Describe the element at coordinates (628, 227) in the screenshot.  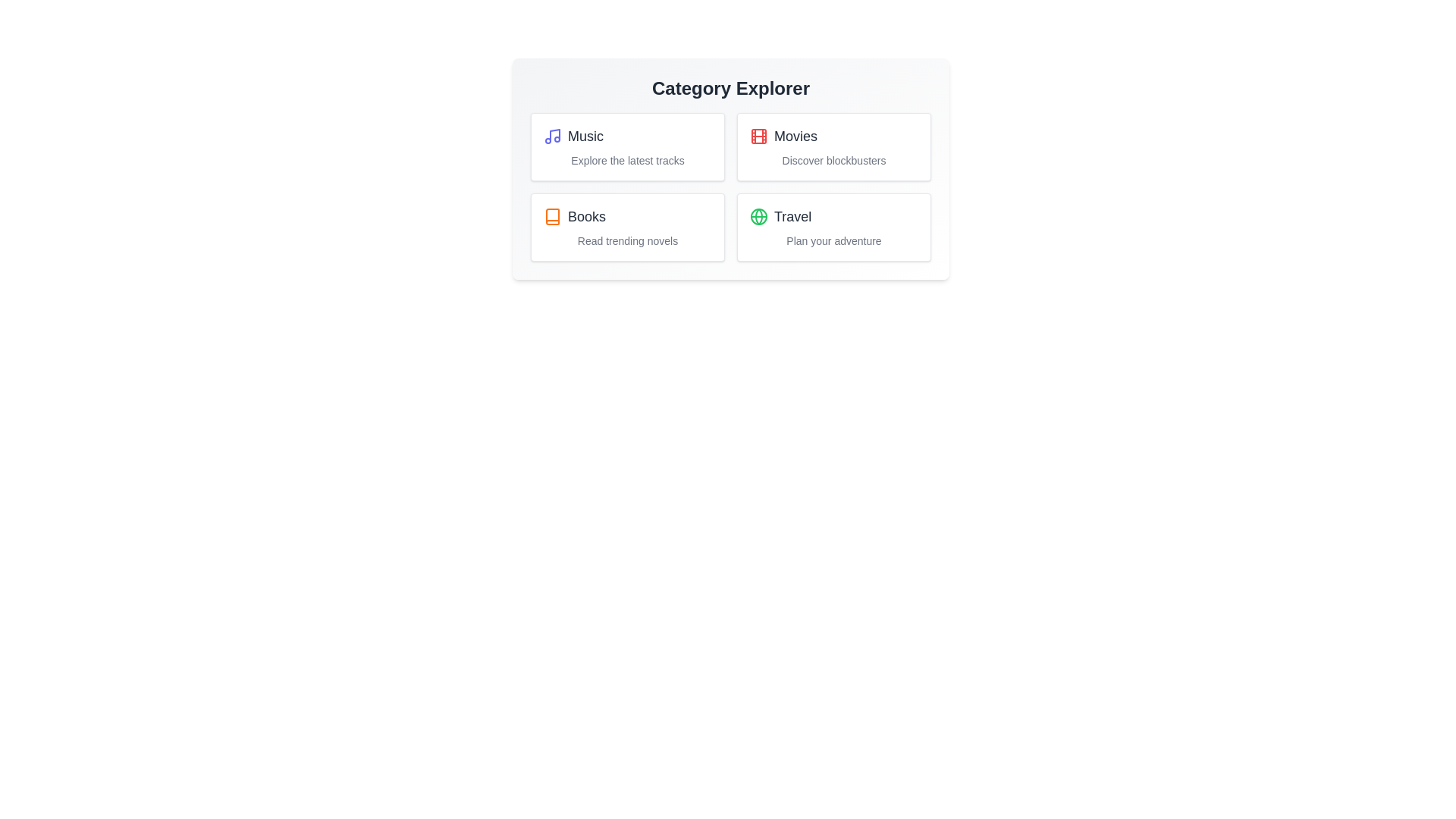
I see `the 'Books' category to select it` at that location.